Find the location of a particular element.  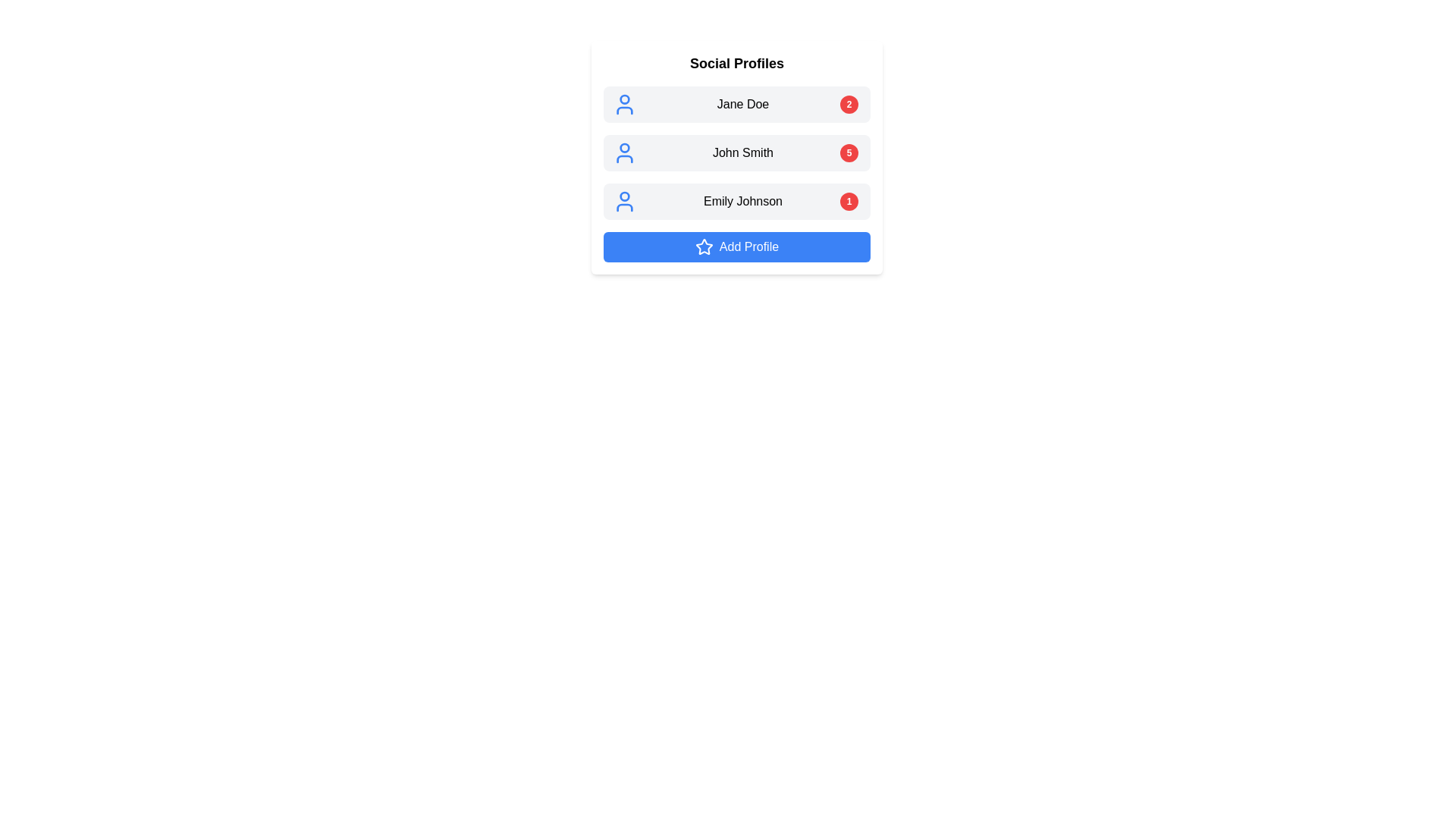

the text label displaying 'Jane Doe', which is positioned between a blue user icon and a red badge with the number '2' is located at coordinates (742, 104).